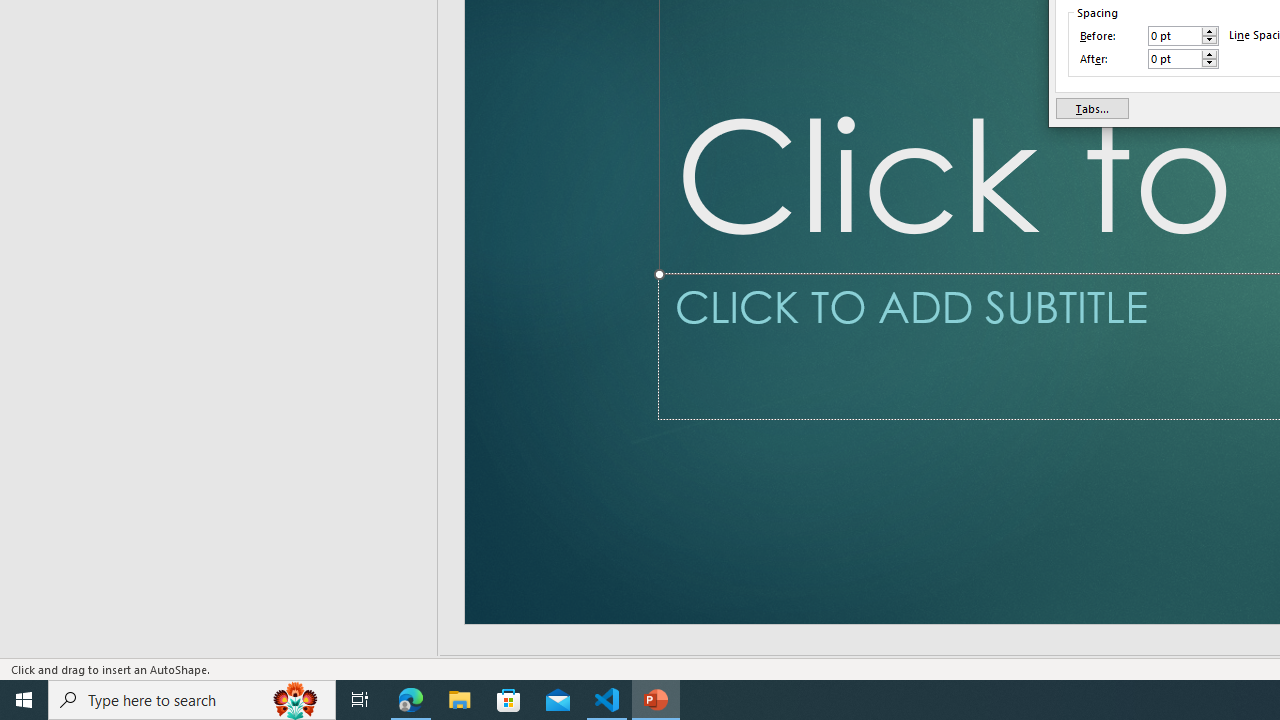  I want to click on 'Task View', so click(359, 698).